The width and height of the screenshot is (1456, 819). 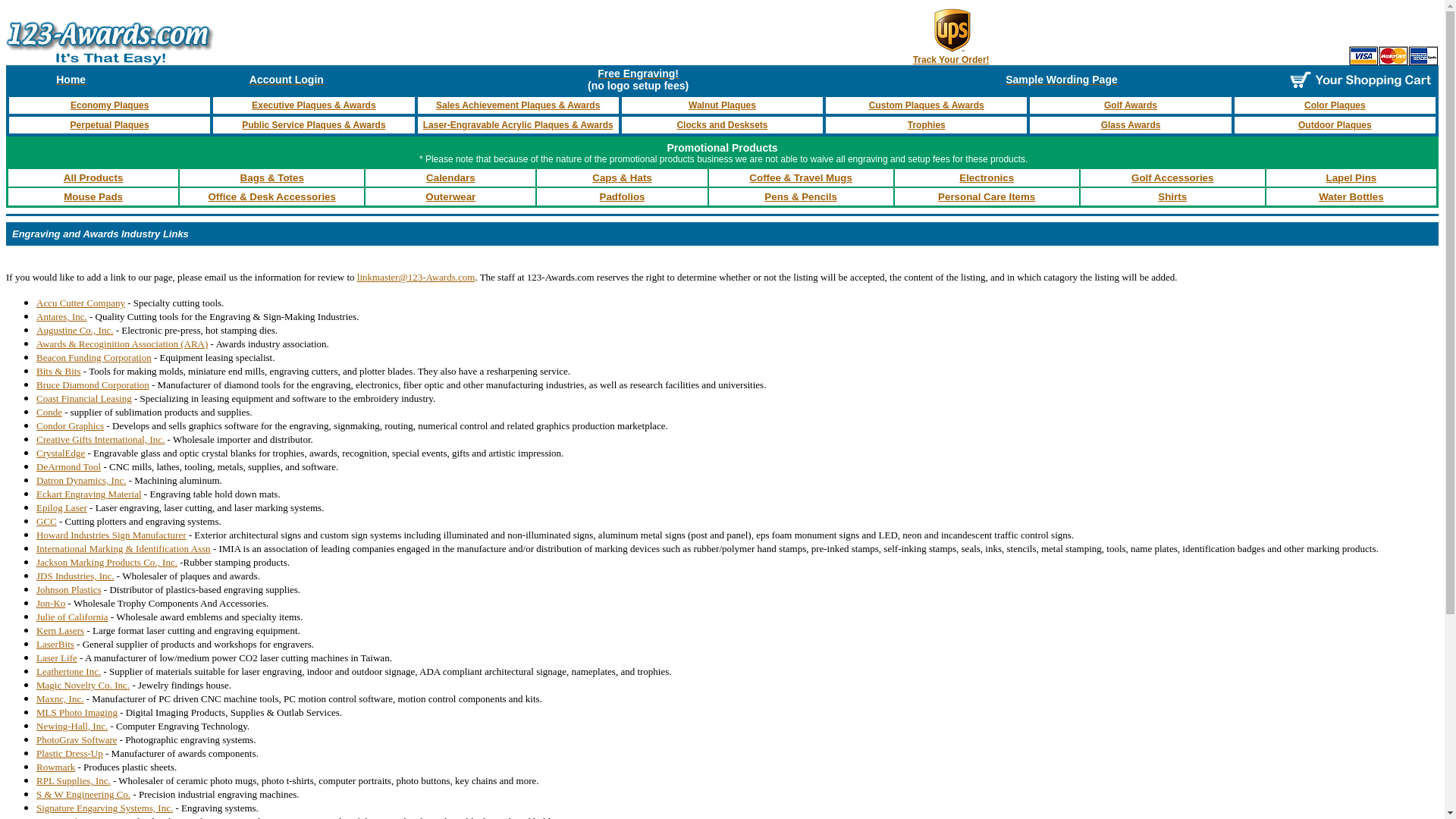 I want to click on 'Account Login', so click(x=287, y=79).